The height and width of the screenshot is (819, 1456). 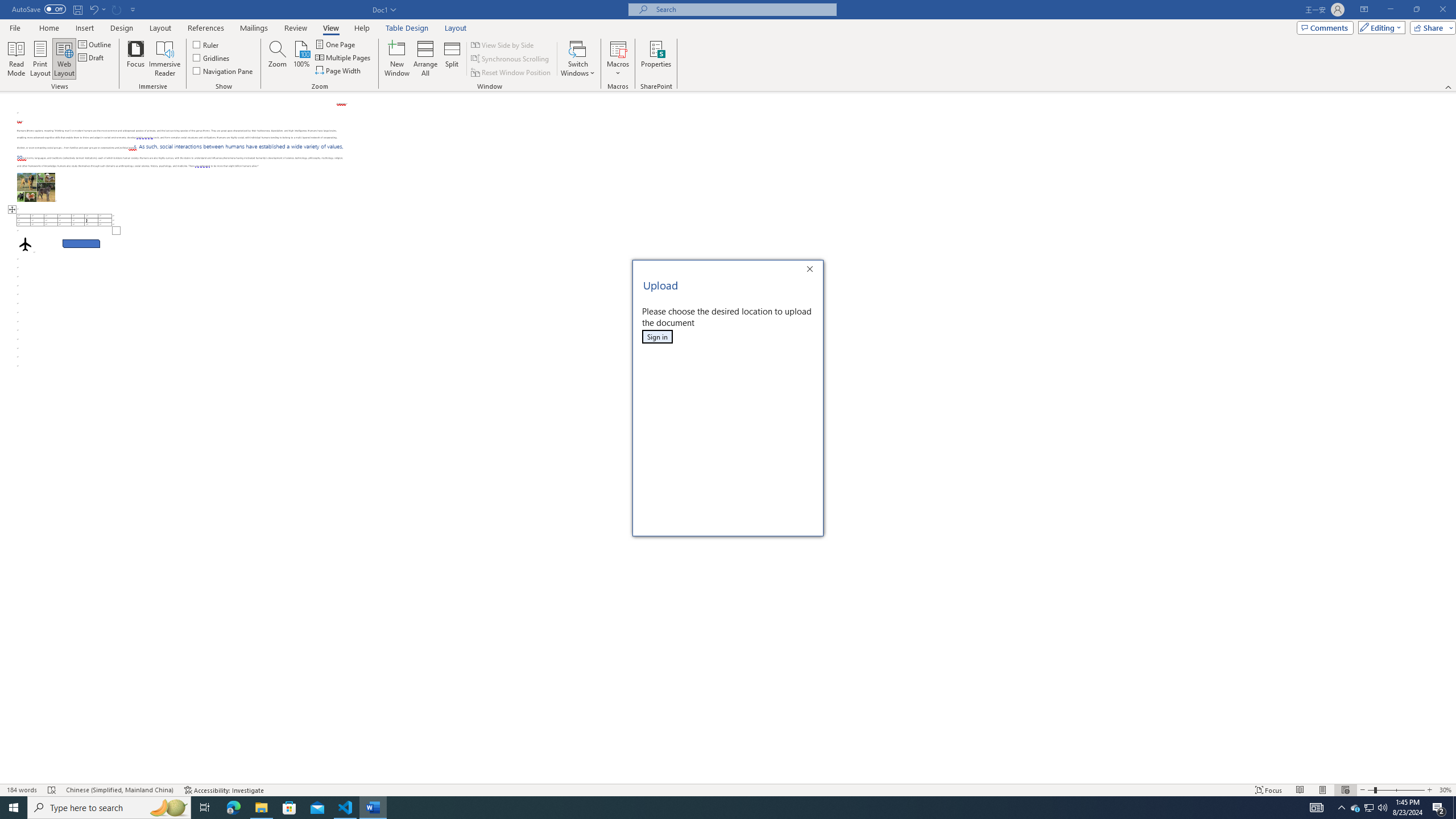 I want to click on 'Share', so click(x=1430, y=27).